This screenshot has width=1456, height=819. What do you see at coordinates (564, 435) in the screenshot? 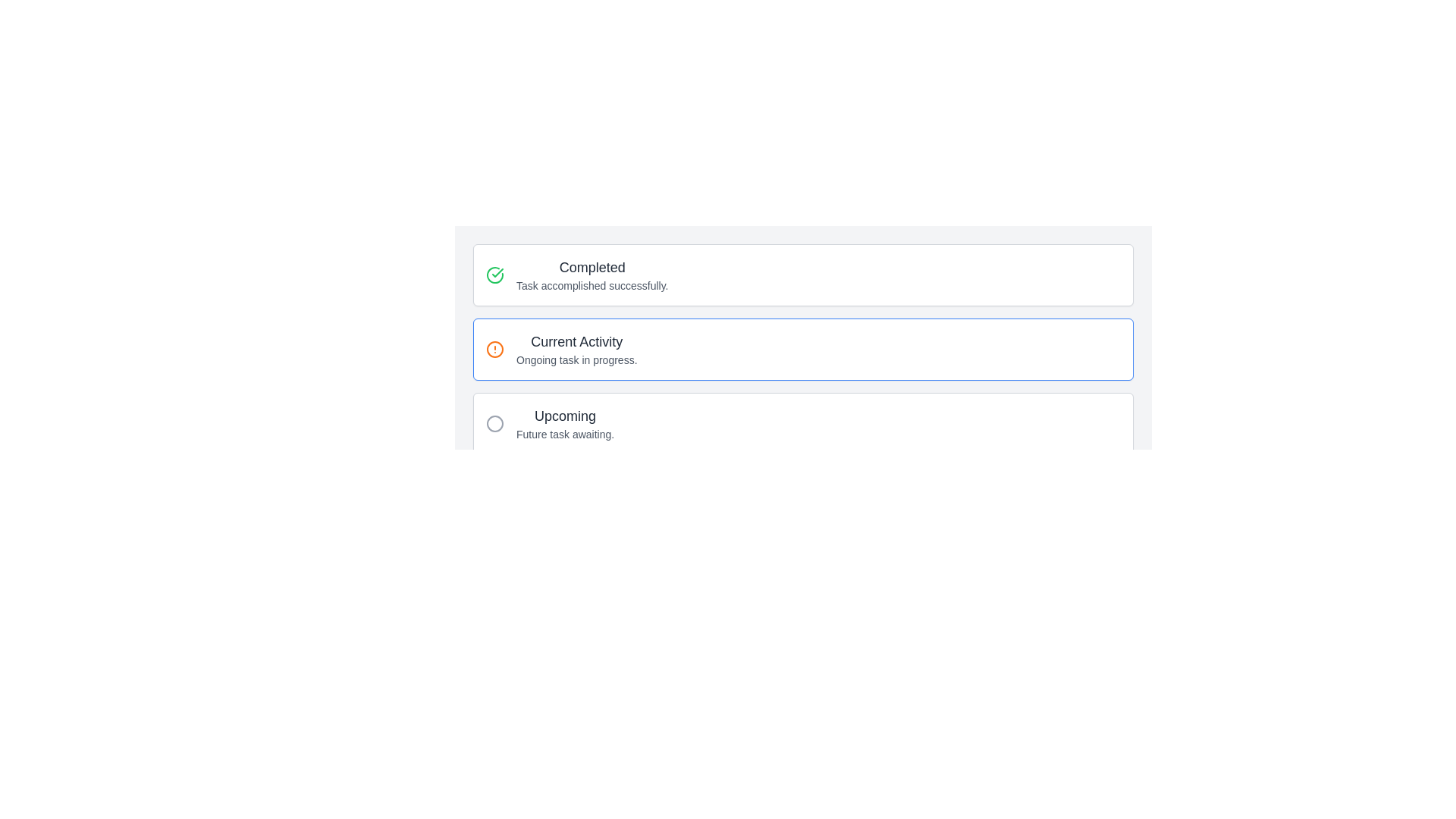
I see `the static text label 'Future task awaiting.' located below the 'Upcoming' section, which provides additional context for upcoming tasks` at bounding box center [564, 435].